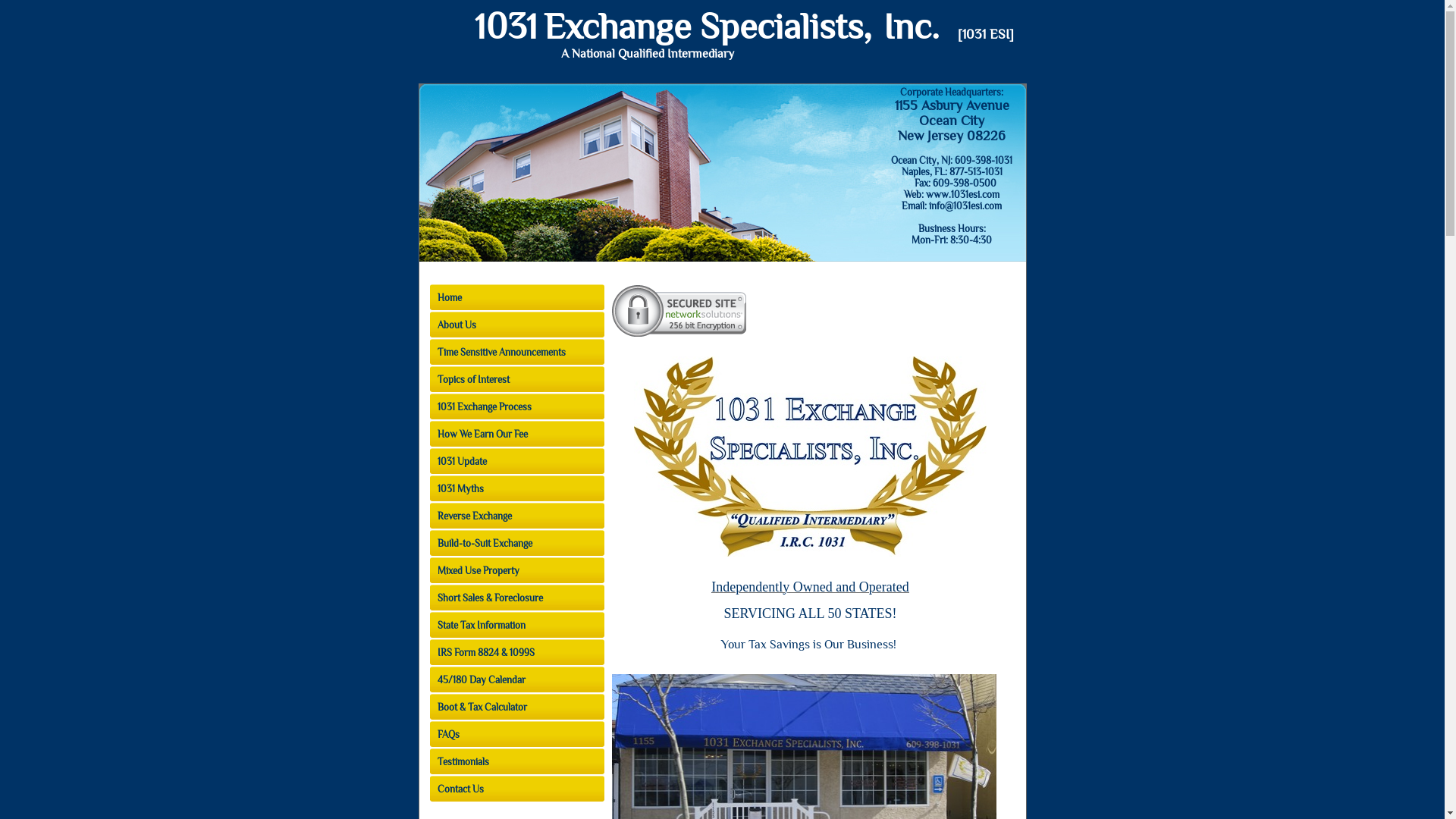 Image resolution: width=1456 pixels, height=819 pixels. Describe the element at coordinates (516, 460) in the screenshot. I see `'1031 Update'` at that location.